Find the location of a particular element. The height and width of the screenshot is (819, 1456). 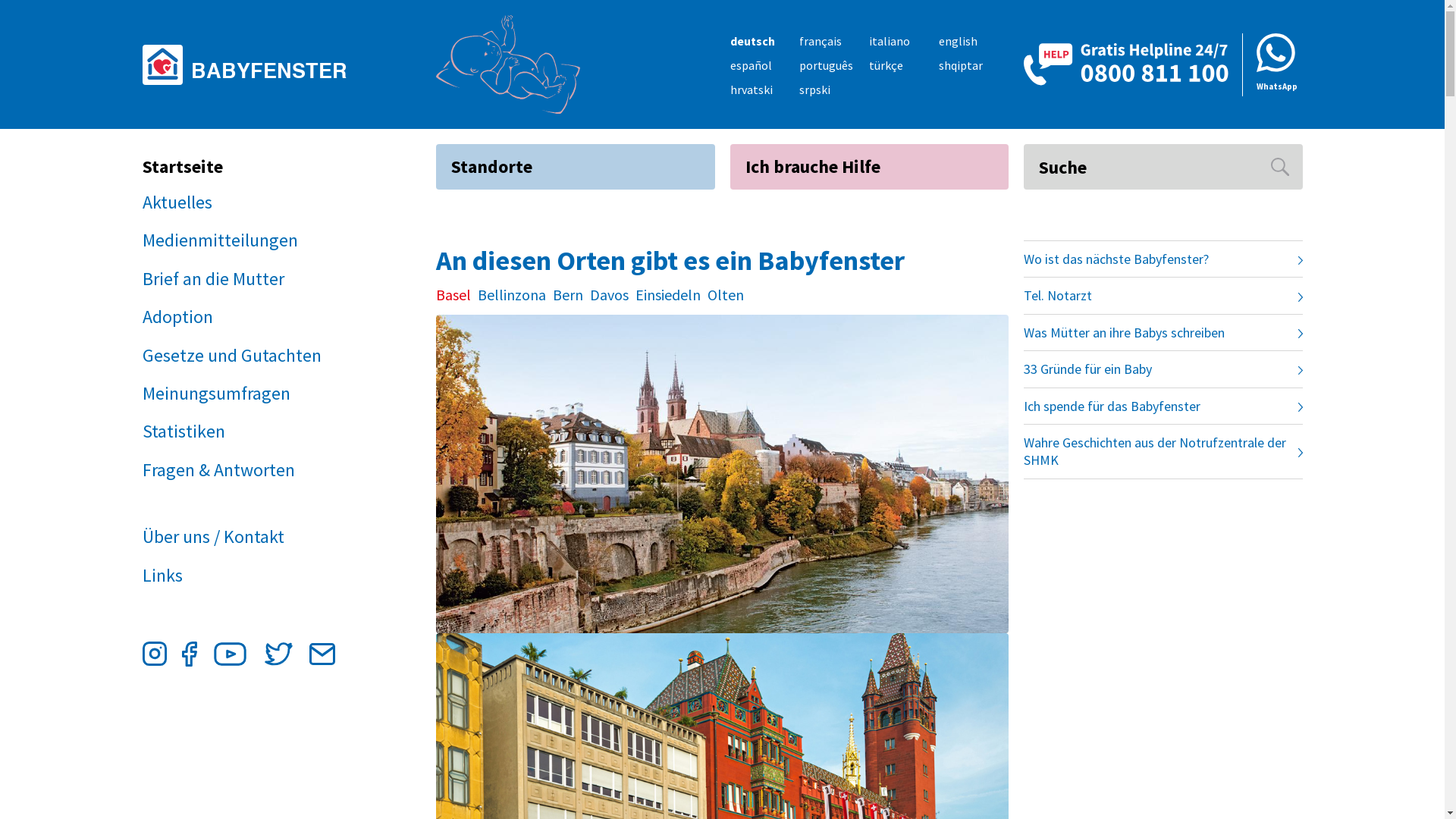

'WhatsApp' is located at coordinates (1241, 64).